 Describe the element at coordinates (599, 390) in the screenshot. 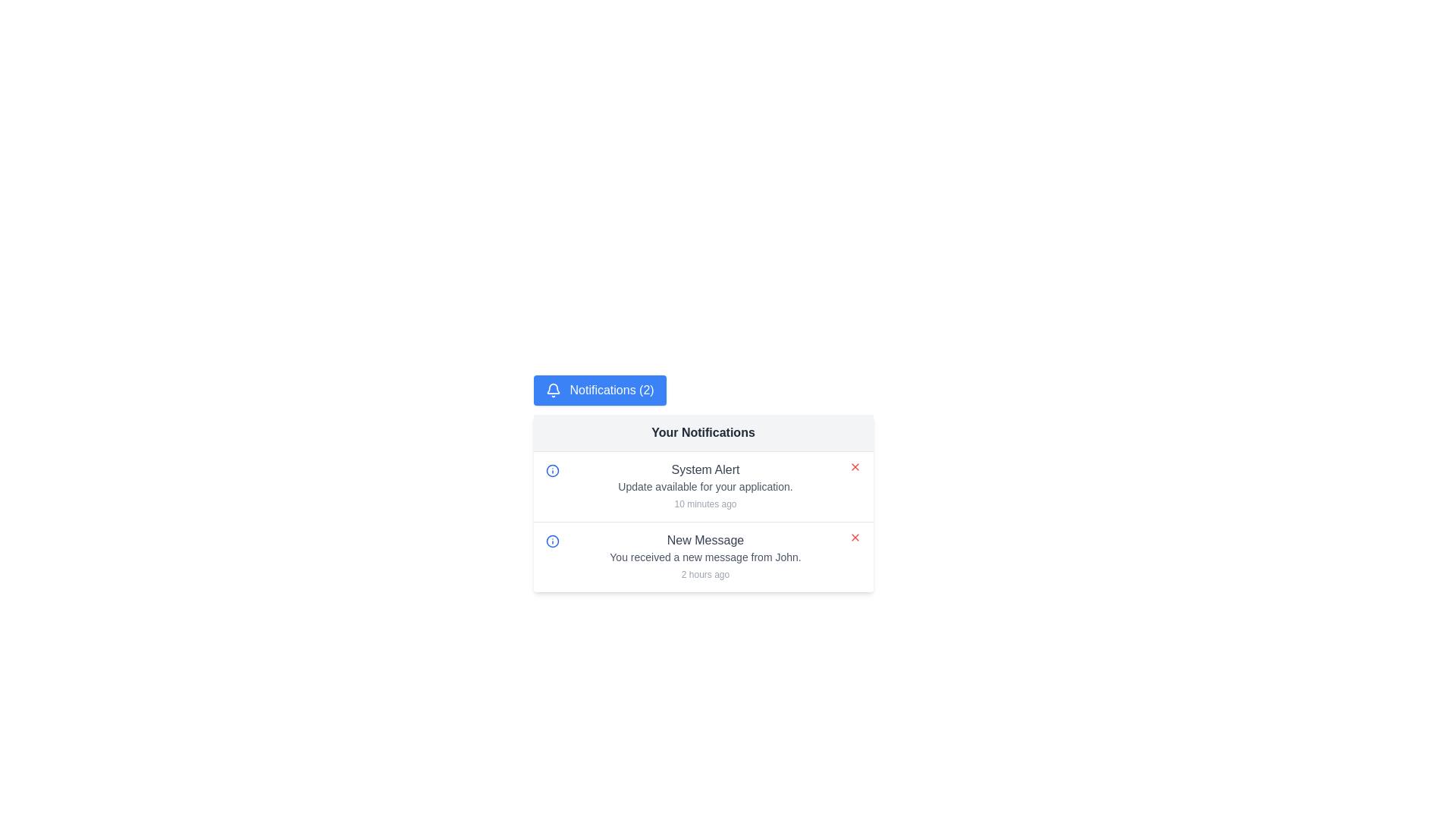

I see `the button that opens a dropdown menu for notifications, which is visually marked with the number '2'` at that location.